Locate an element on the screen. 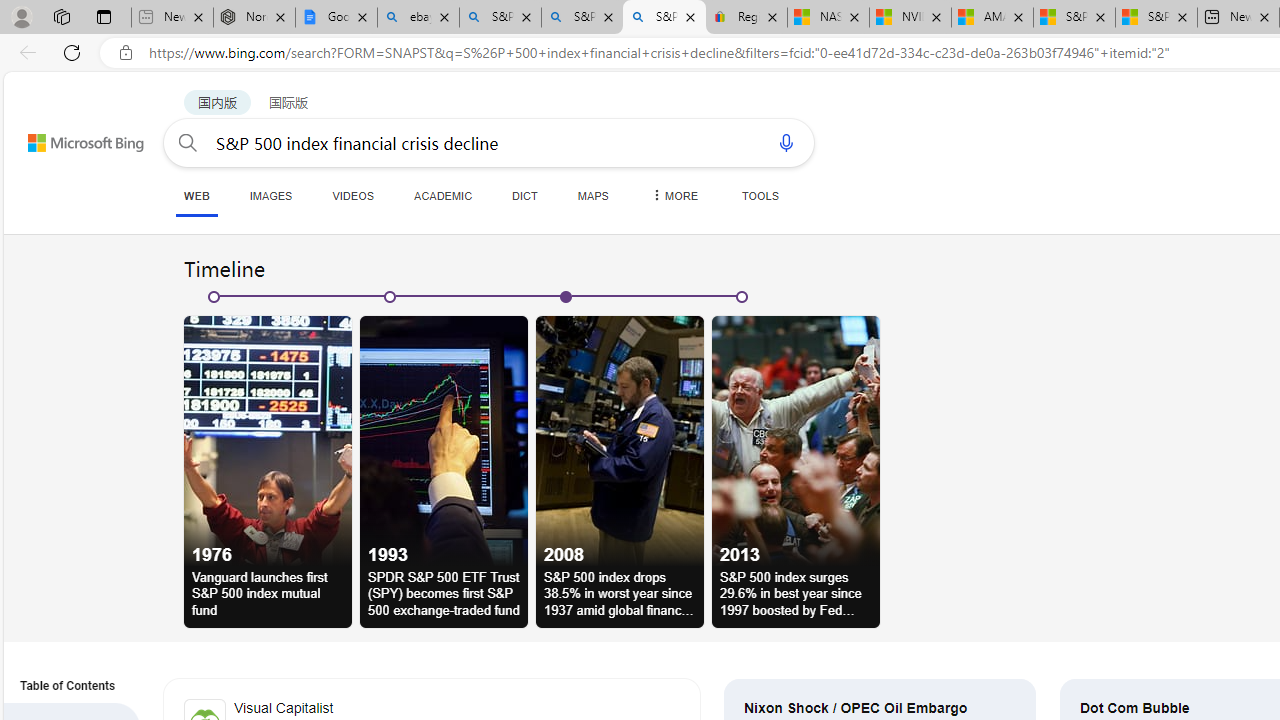 The height and width of the screenshot is (720, 1280). 'Skip to content' is located at coordinates (64, 133).